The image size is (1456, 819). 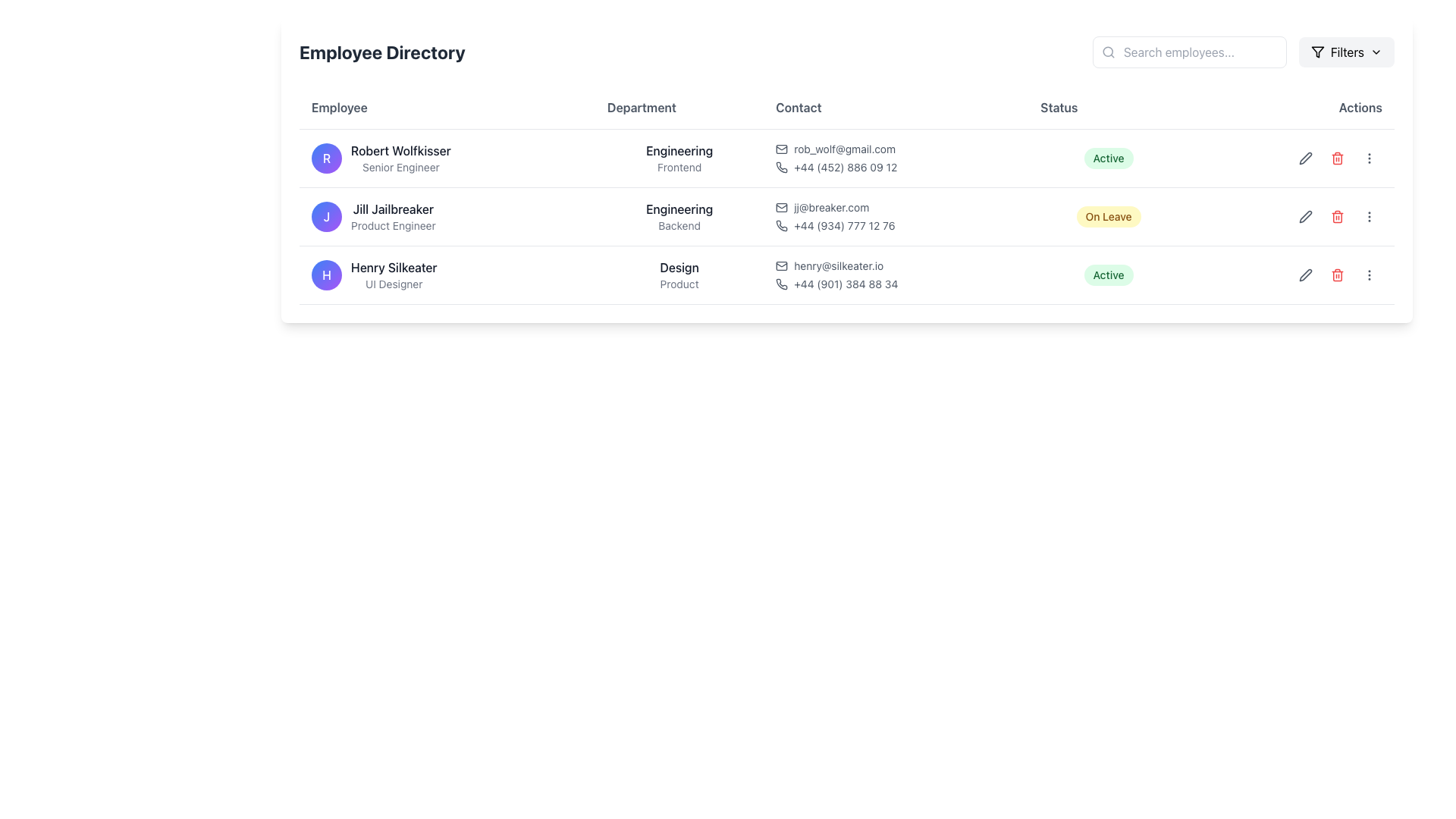 What do you see at coordinates (782, 207) in the screenshot?
I see `the email icon located to the left of the text 'jj@breaker.com' in the Contact column of the second entry in the Employee Directory table` at bounding box center [782, 207].